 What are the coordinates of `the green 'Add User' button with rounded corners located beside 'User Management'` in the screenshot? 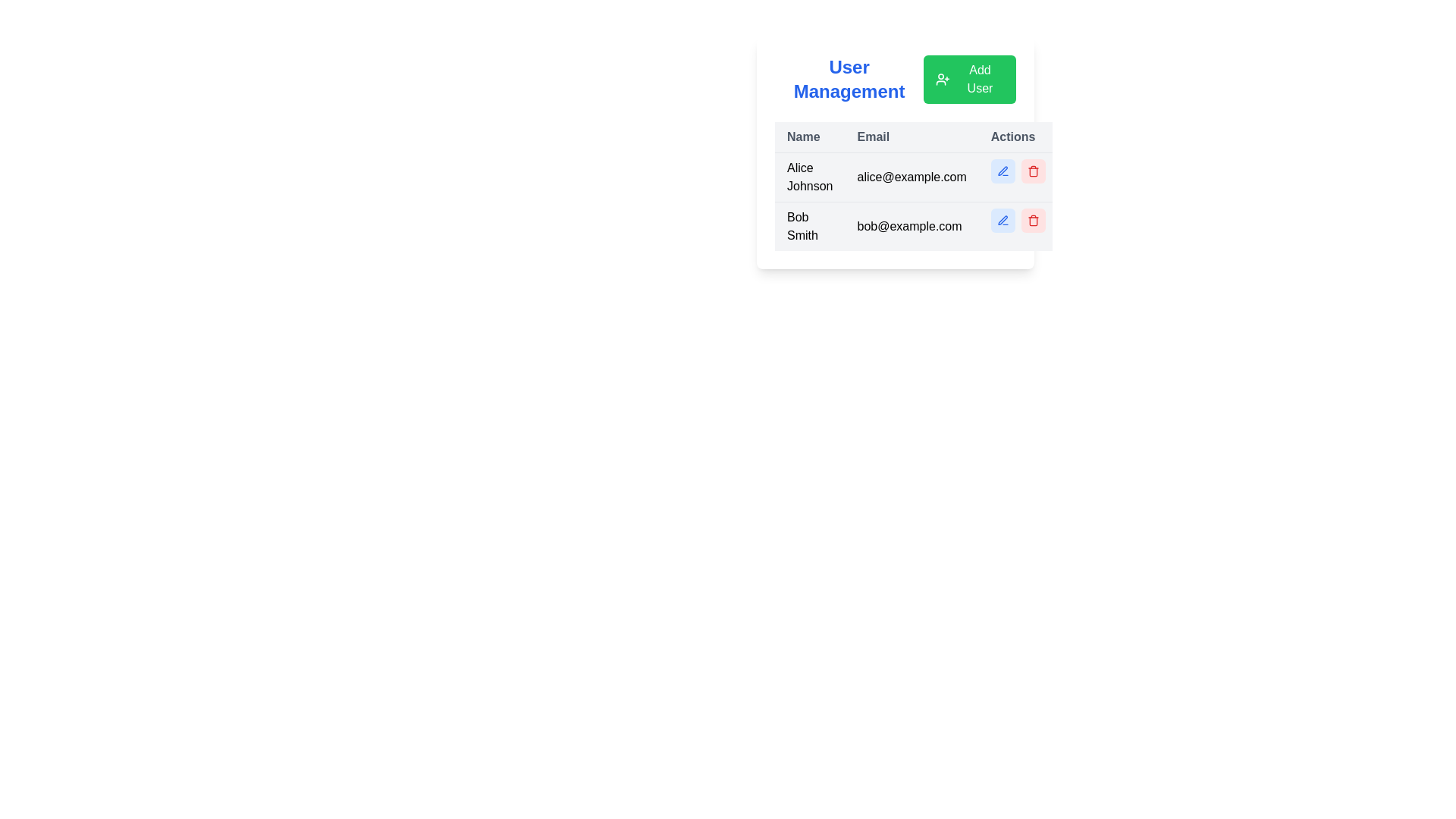 It's located at (969, 79).